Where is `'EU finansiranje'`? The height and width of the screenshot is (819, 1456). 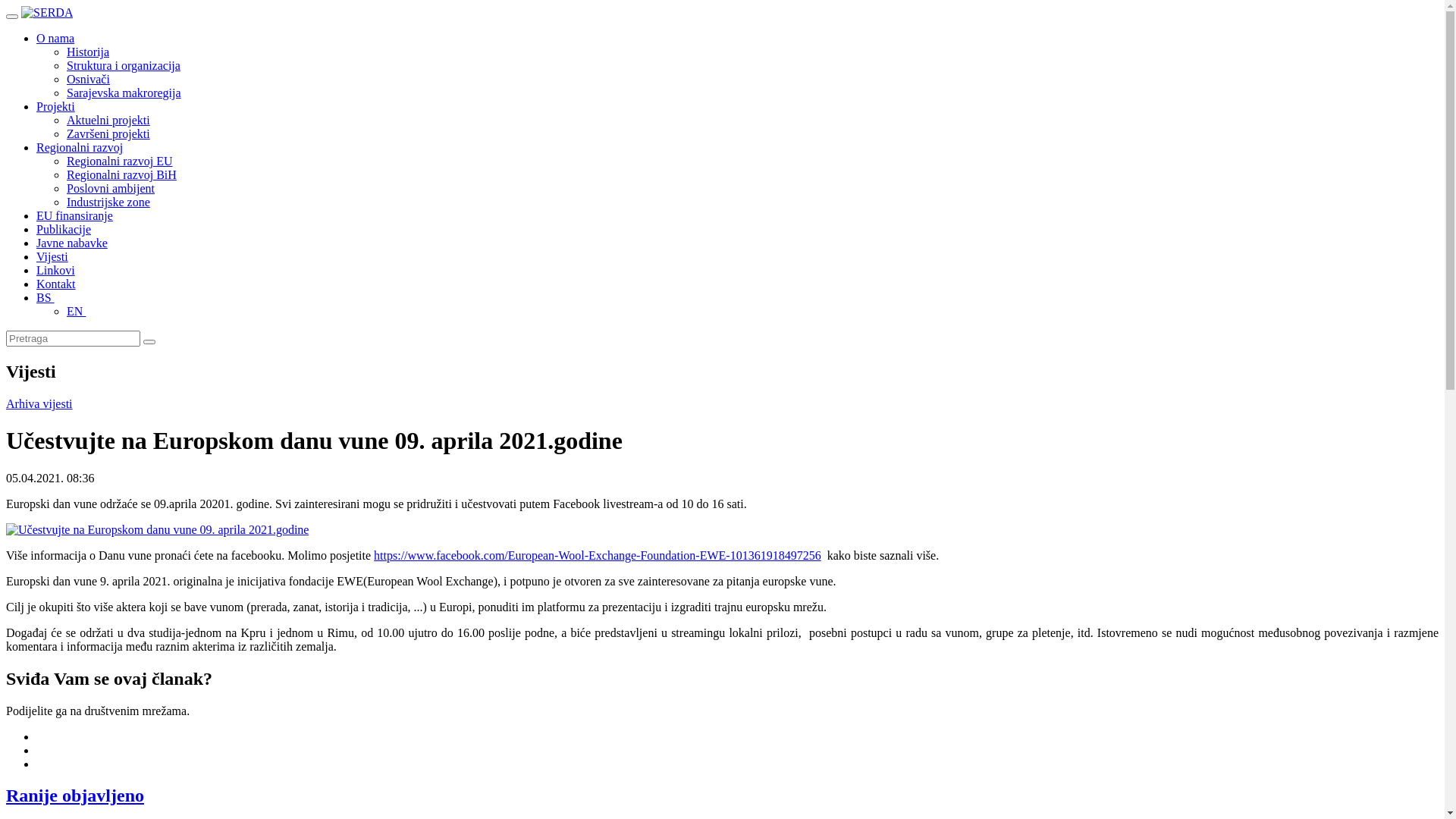 'EU finansiranje' is located at coordinates (74, 215).